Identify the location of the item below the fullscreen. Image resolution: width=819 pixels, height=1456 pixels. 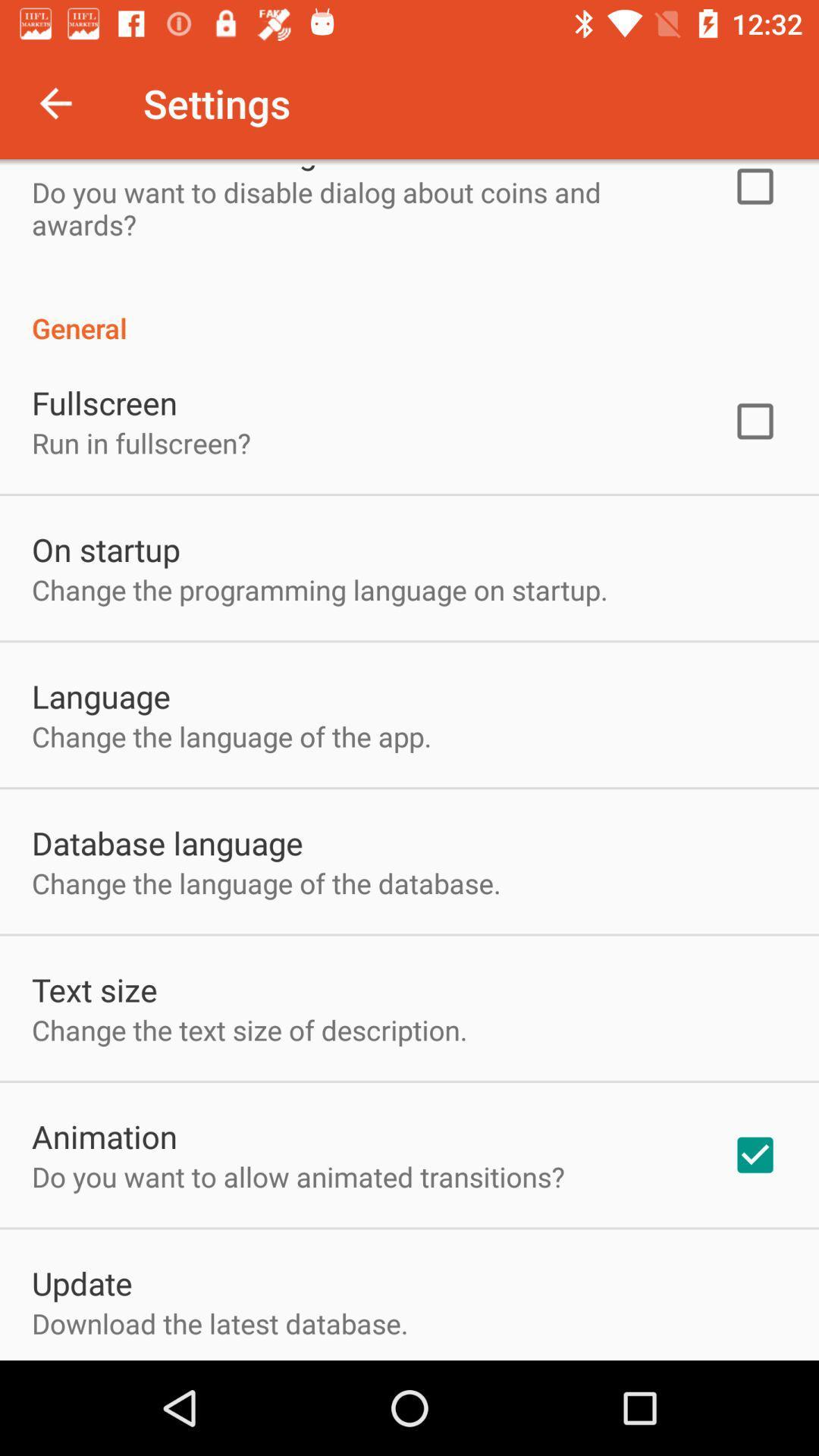
(141, 442).